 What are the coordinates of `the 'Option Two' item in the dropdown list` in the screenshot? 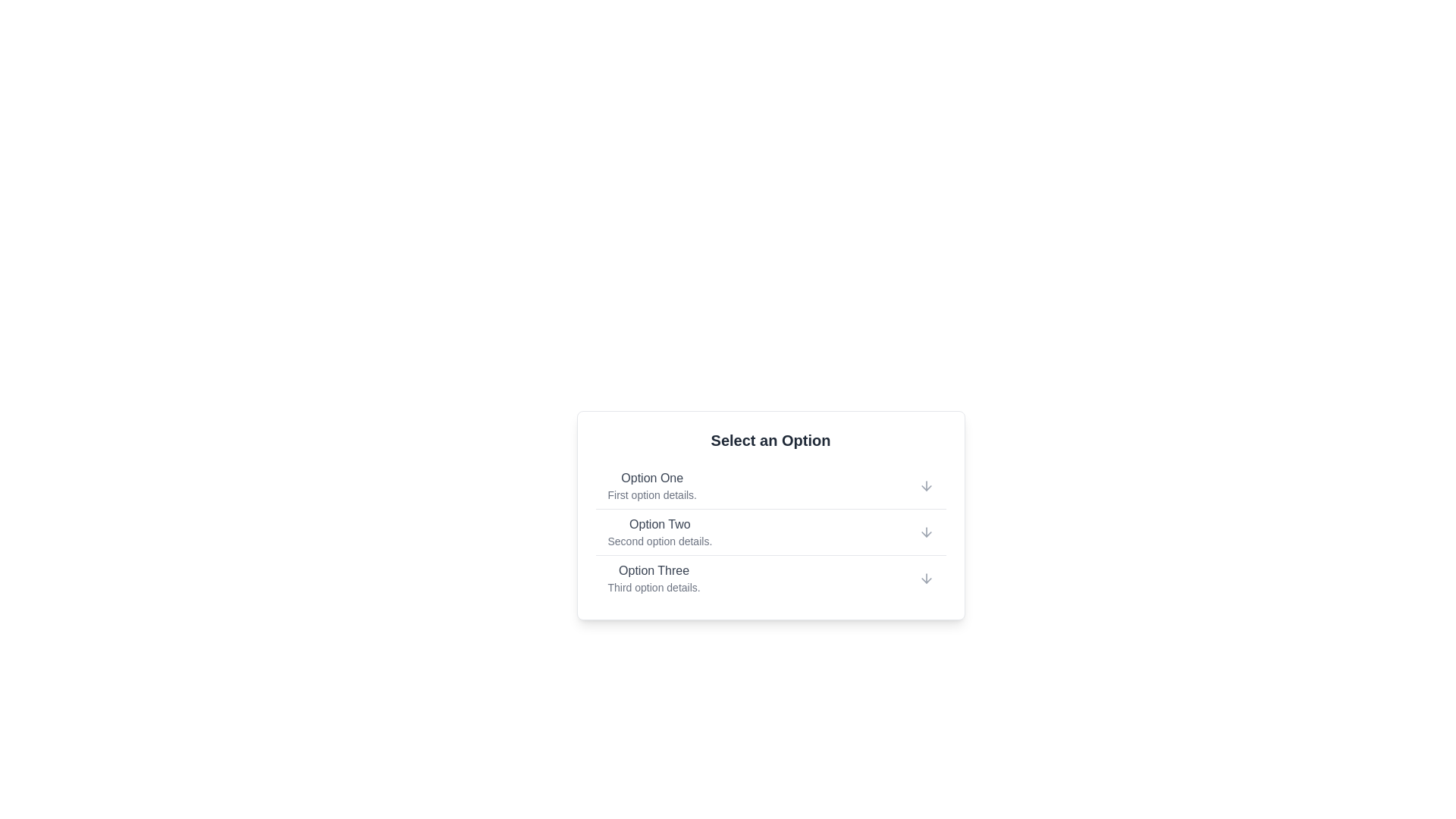 It's located at (660, 532).